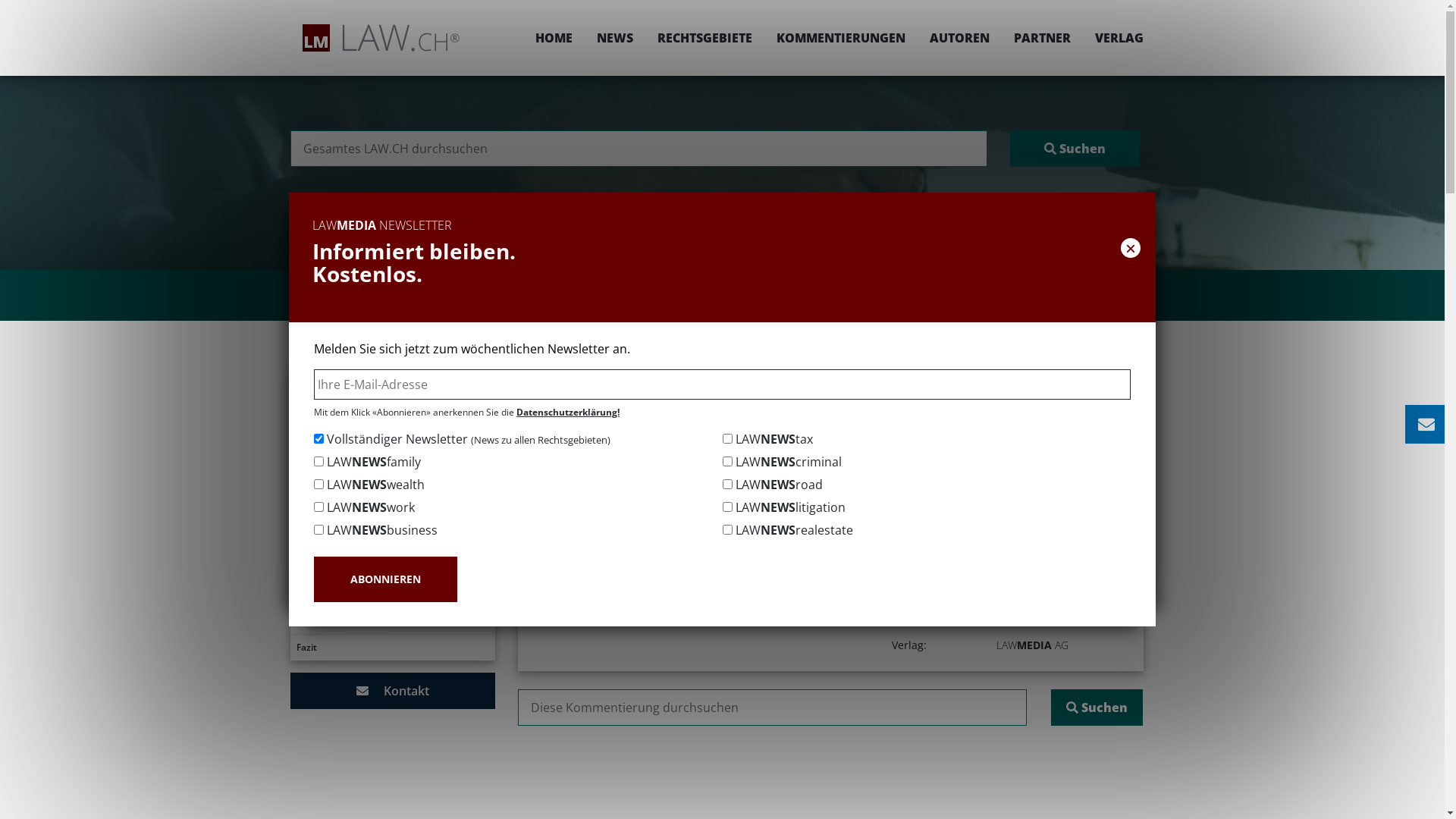 This screenshot has width=1456, height=819. What do you see at coordinates (614, 37) in the screenshot?
I see `'NEWS'` at bounding box center [614, 37].